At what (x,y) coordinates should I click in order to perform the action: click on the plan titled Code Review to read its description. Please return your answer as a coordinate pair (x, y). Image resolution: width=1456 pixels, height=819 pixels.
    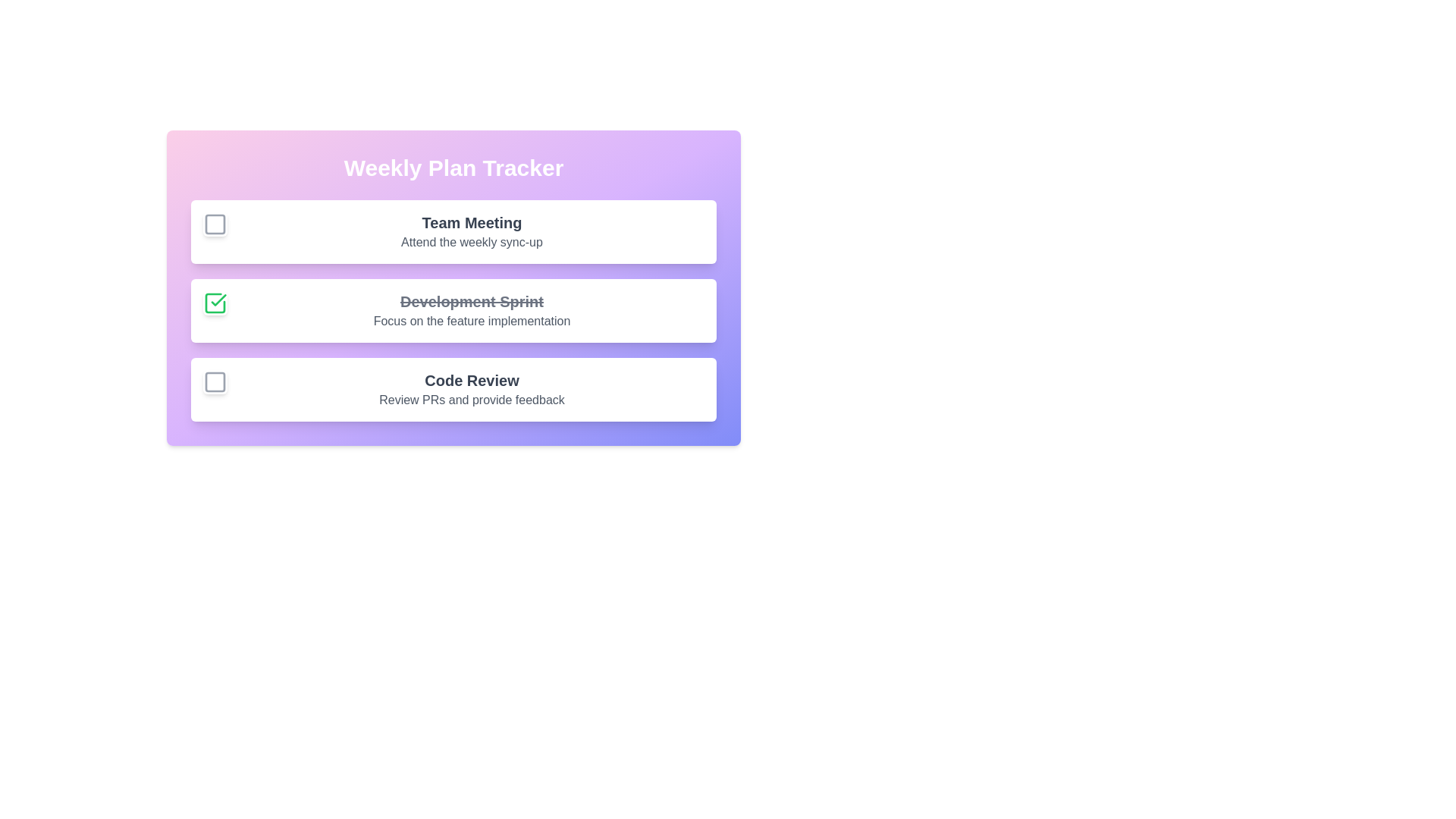
    Looking at the image, I should click on (471, 379).